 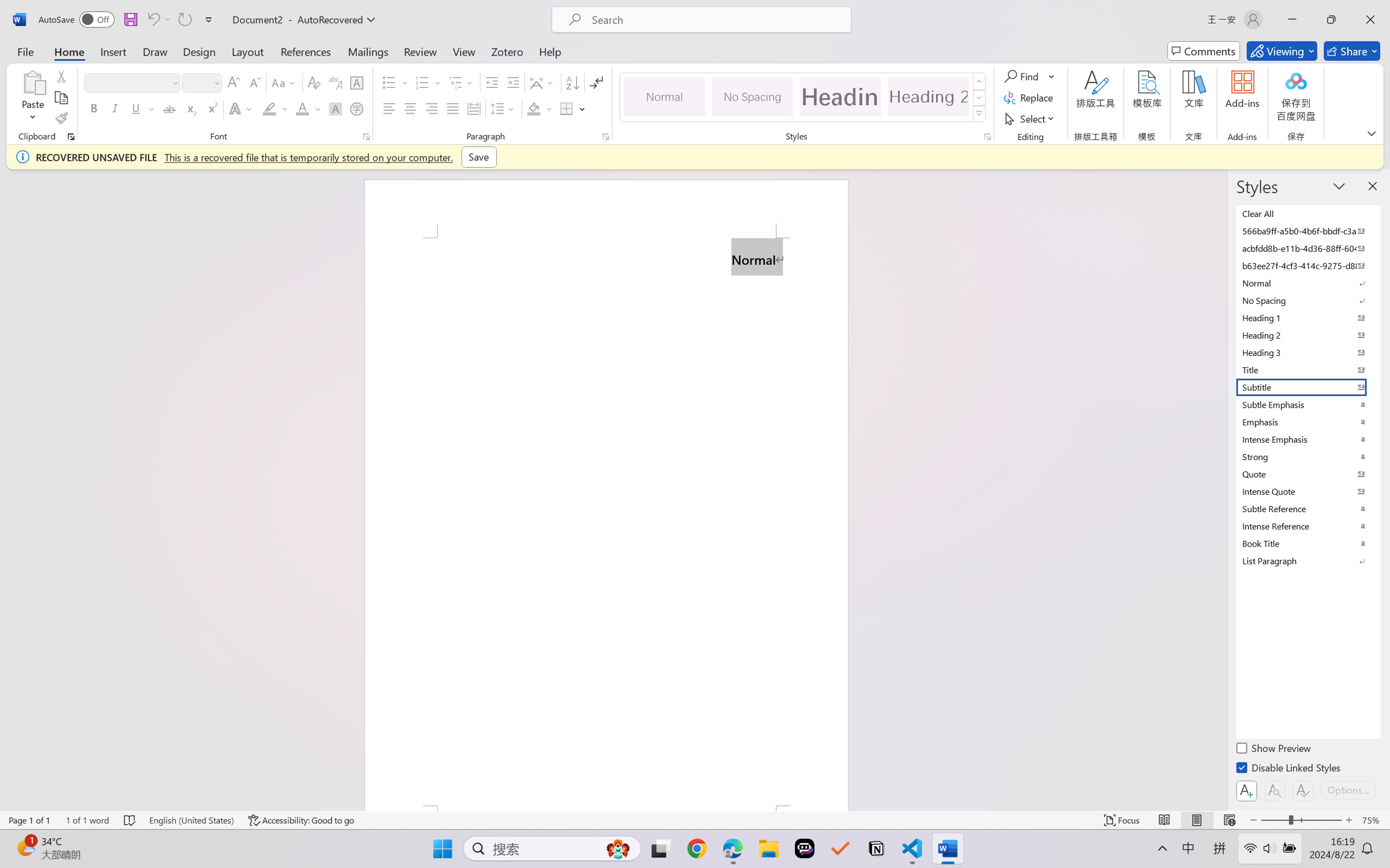 What do you see at coordinates (1307, 351) in the screenshot?
I see `'Heading 3'` at bounding box center [1307, 351].